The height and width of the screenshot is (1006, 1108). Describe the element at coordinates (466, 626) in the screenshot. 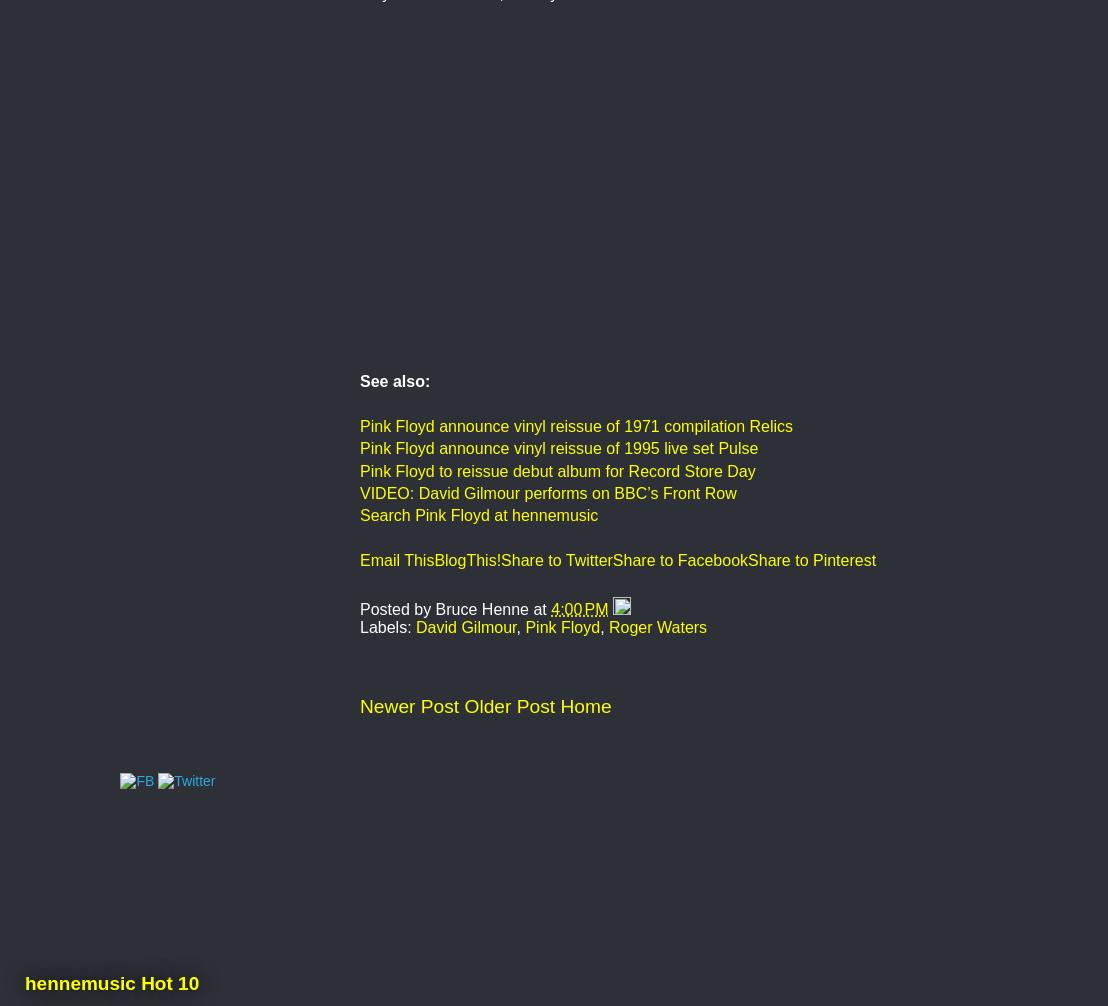

I see `'David Gilmour'` at that location.